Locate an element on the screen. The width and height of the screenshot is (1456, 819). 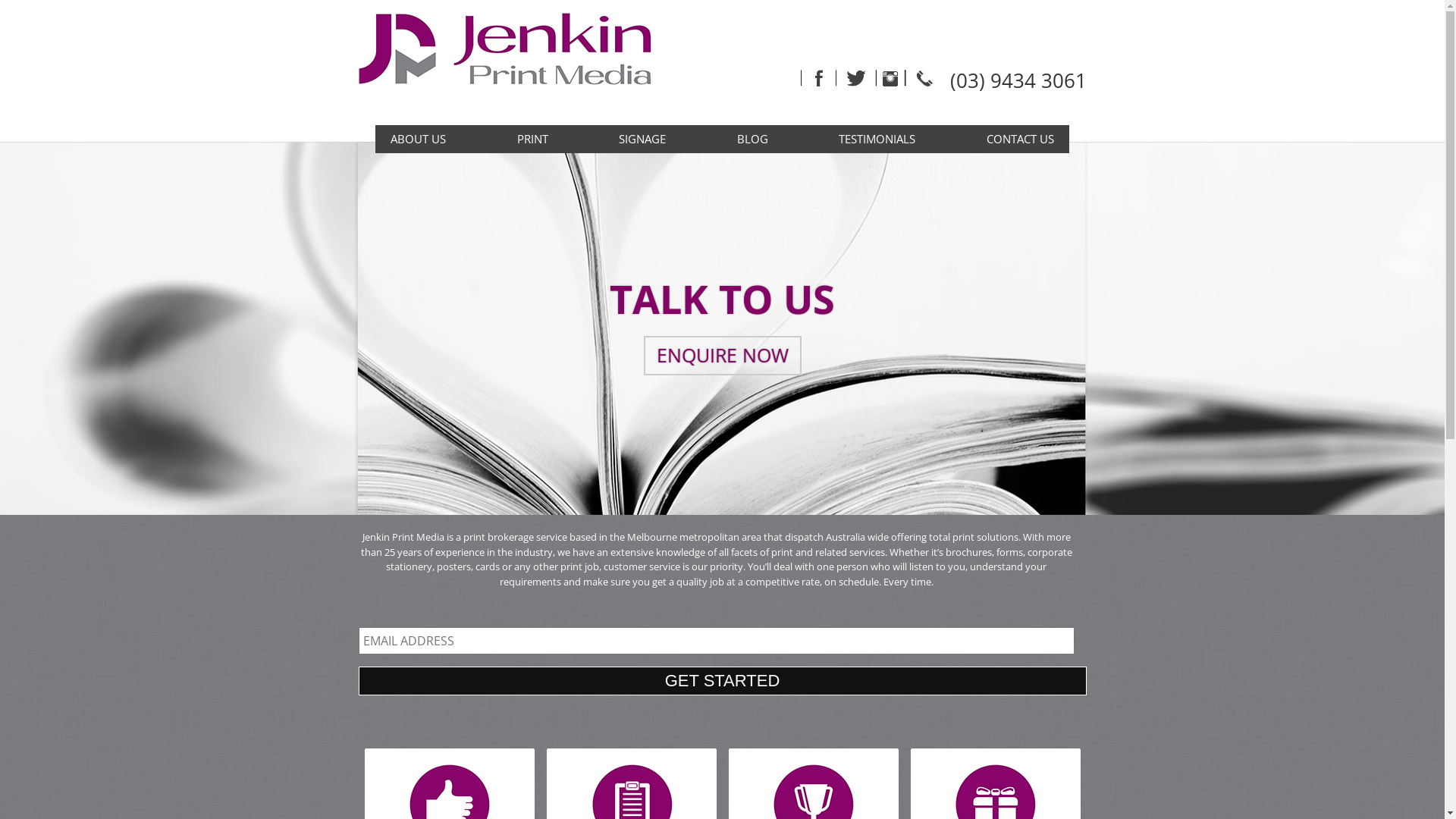
'BLOG' is located at coordinates (752, 139).